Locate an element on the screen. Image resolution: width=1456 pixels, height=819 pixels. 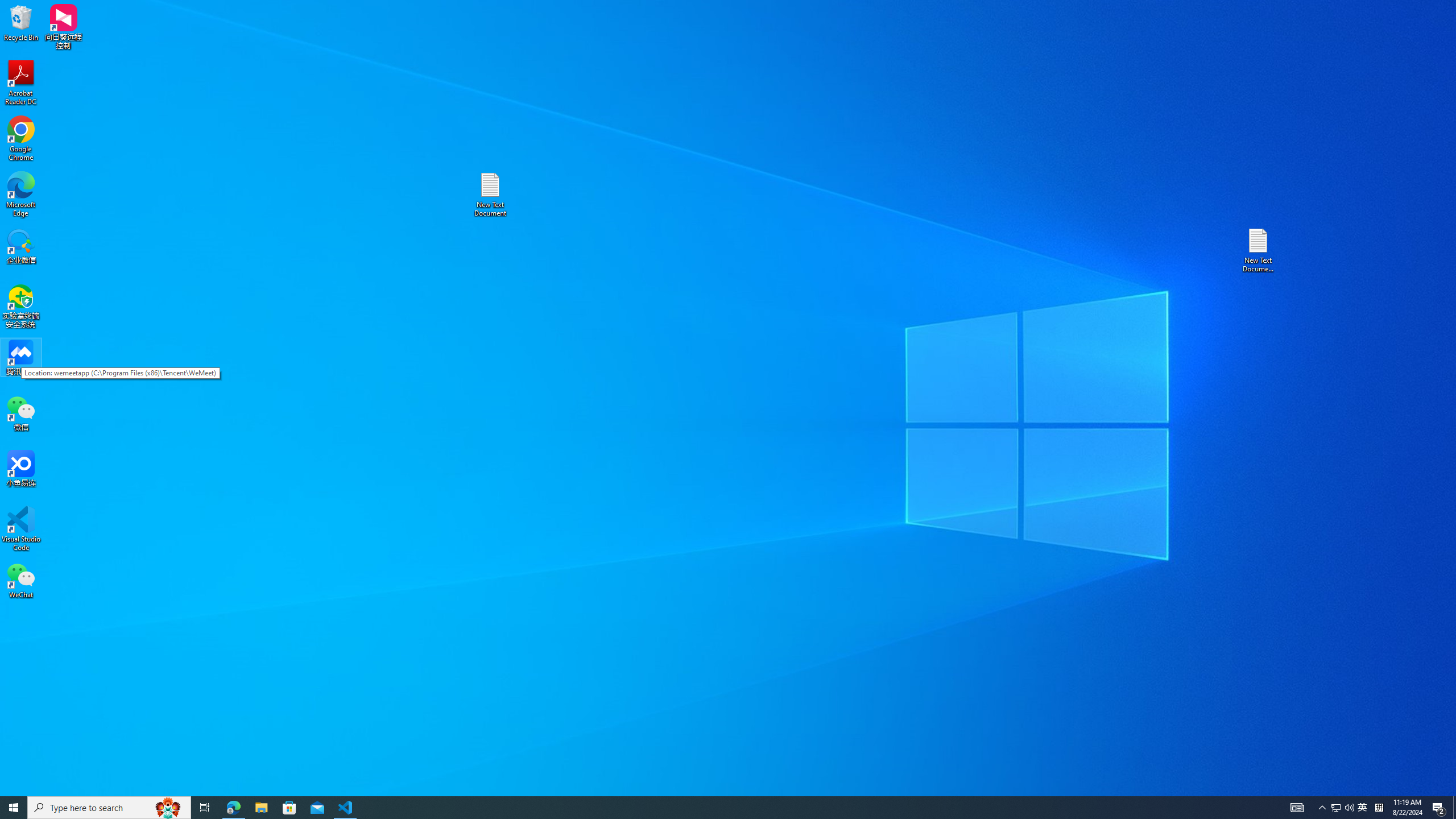
'Visual Studio Code - 1 running window' is located at coordinates (345, 806).